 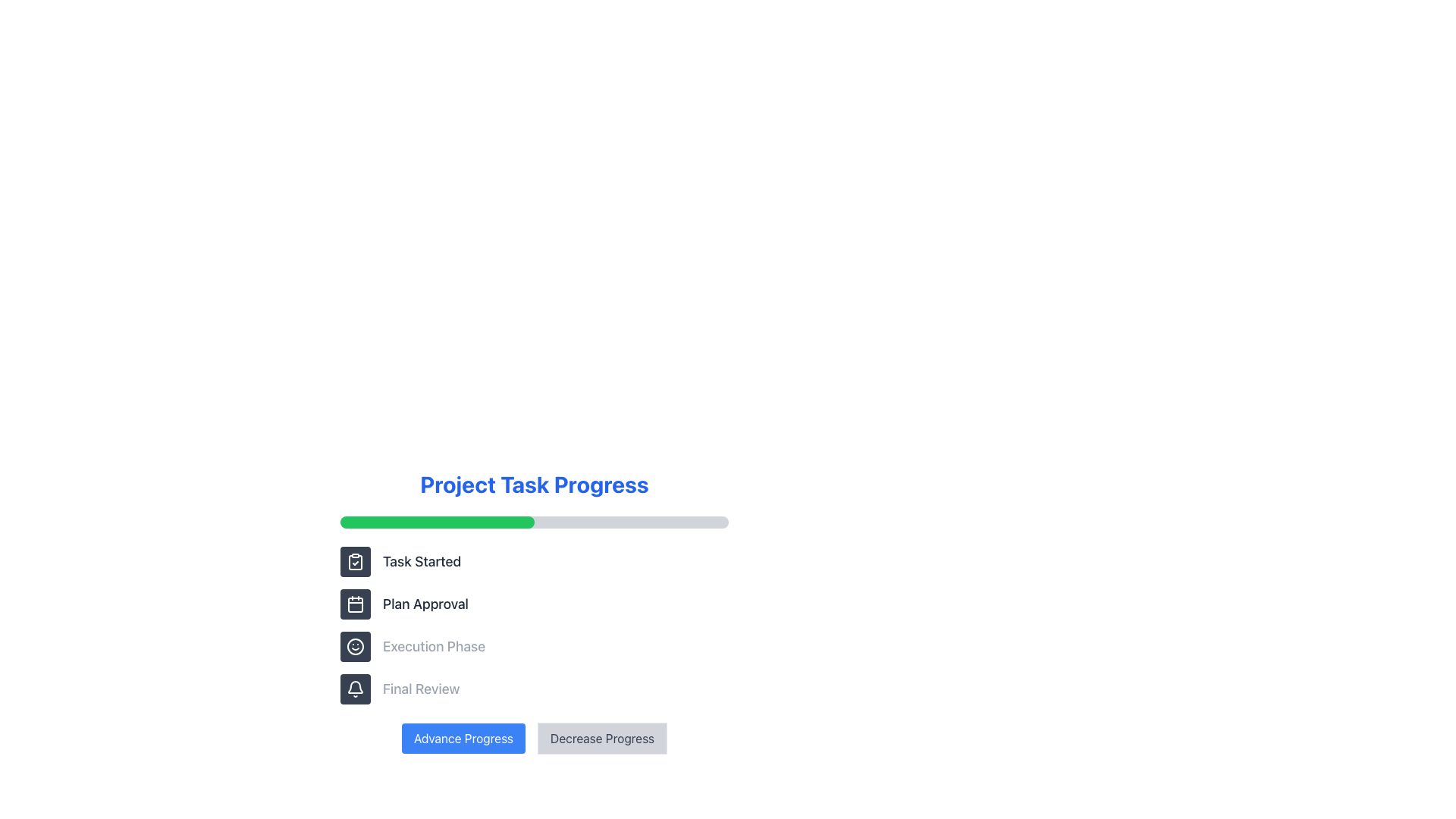 What do you see at coordinates (355, 561) in the screenshot?
I see `the 'Task Started' status icon located at the upper left of the vertical set of buttons in the project's task progress interface` at bounding box center [355, 561].